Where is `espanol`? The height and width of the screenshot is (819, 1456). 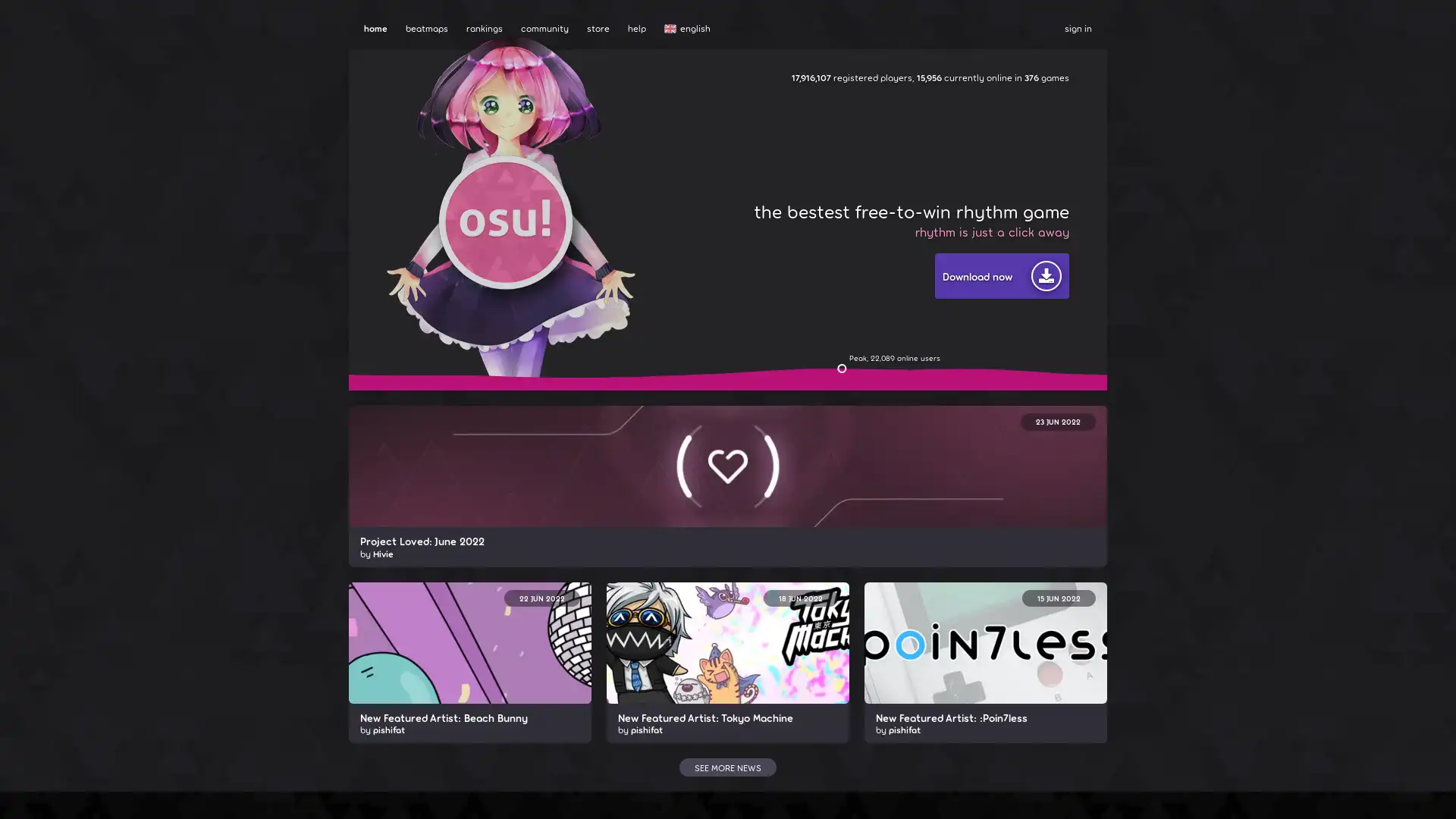
espanol is located at coordinates (709, 206).